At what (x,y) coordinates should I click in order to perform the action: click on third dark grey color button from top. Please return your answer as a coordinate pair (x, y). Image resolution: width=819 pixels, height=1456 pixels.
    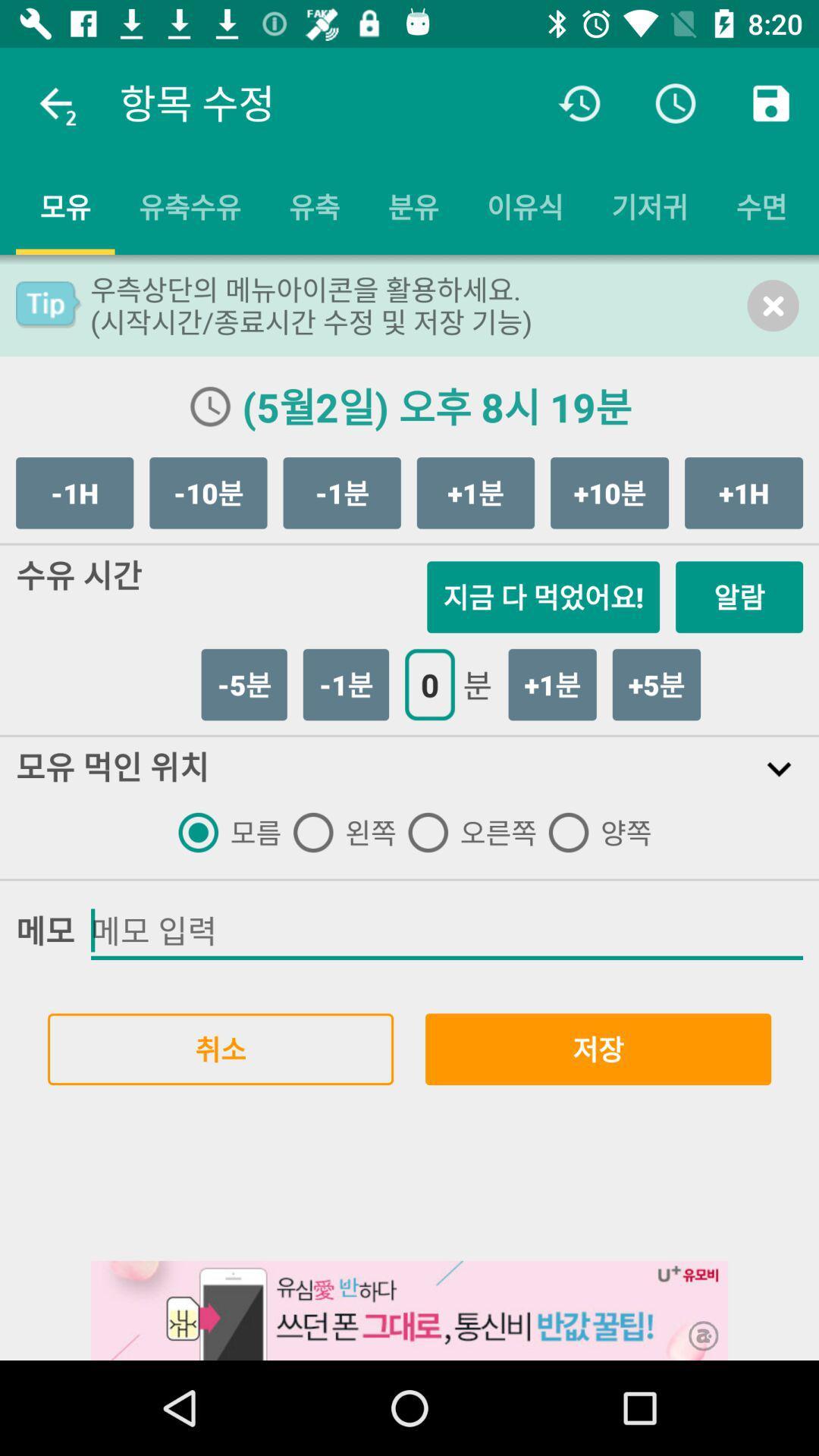
    Looking at the image, I should click on (342, 493).